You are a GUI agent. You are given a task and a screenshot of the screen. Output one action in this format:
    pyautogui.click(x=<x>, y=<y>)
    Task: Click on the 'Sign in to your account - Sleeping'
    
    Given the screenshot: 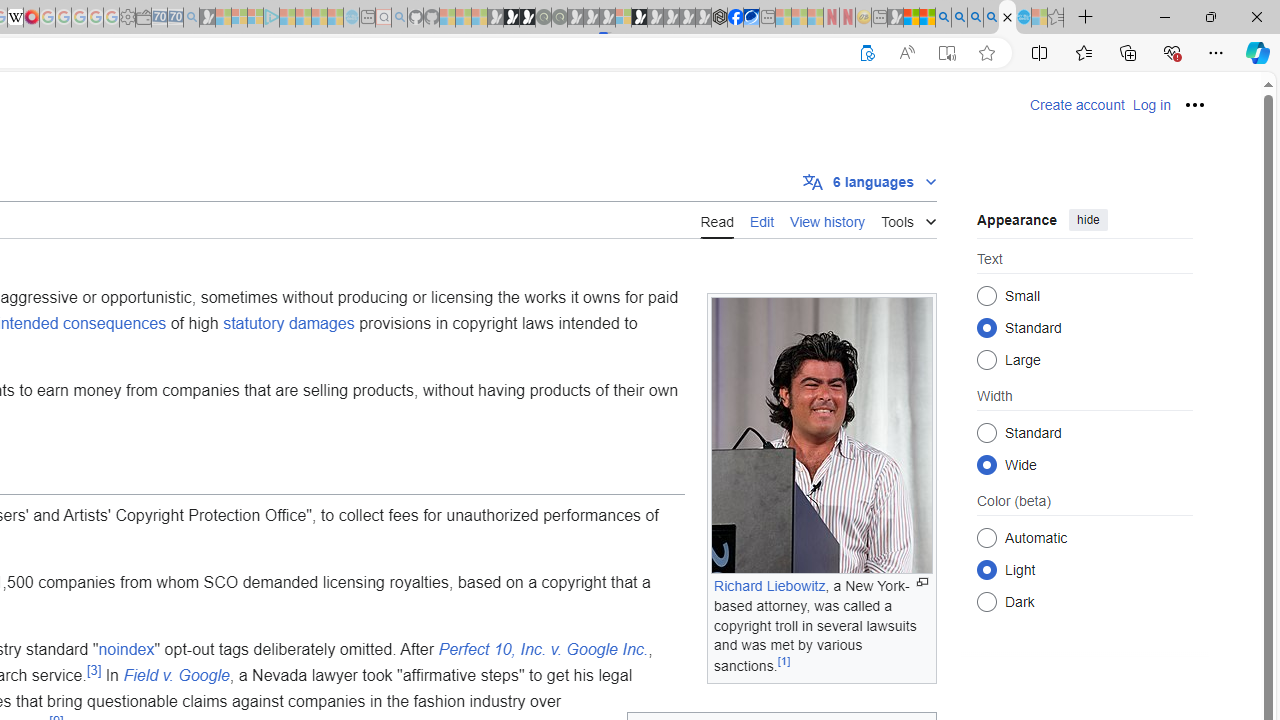 What is the action you would take?
    pyautogui.click(x=622, y=17)
    